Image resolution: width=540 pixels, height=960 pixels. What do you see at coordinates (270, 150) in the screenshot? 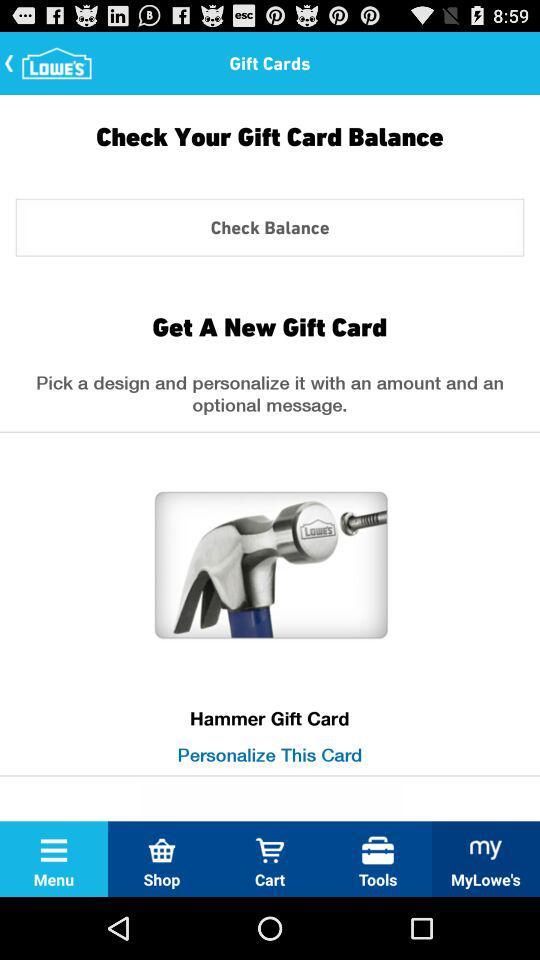
I see `icon above the check balance item` at bounding box center [270, 150].